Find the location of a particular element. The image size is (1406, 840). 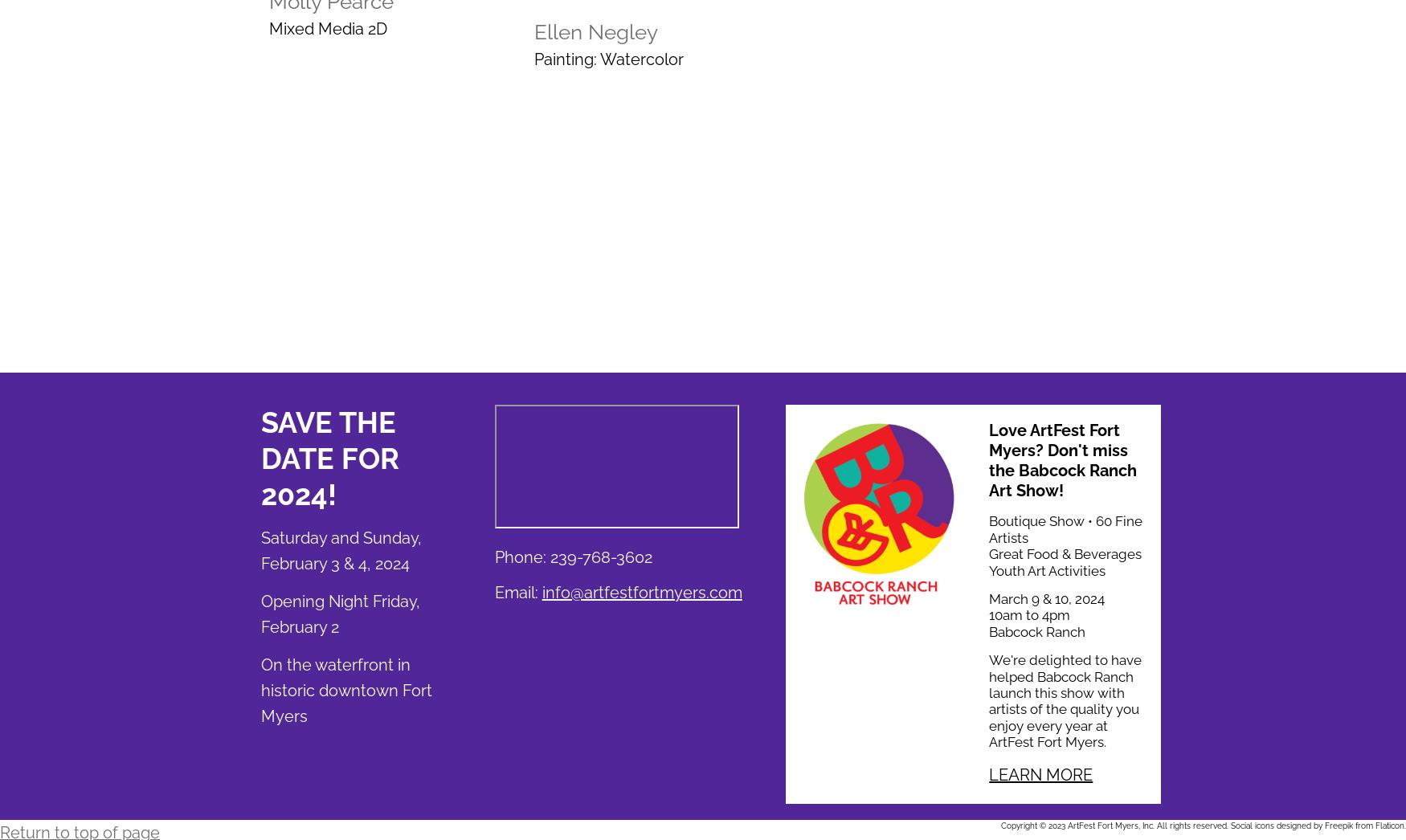

'Babcock Ranch' is located at coordinates (1036, 630).